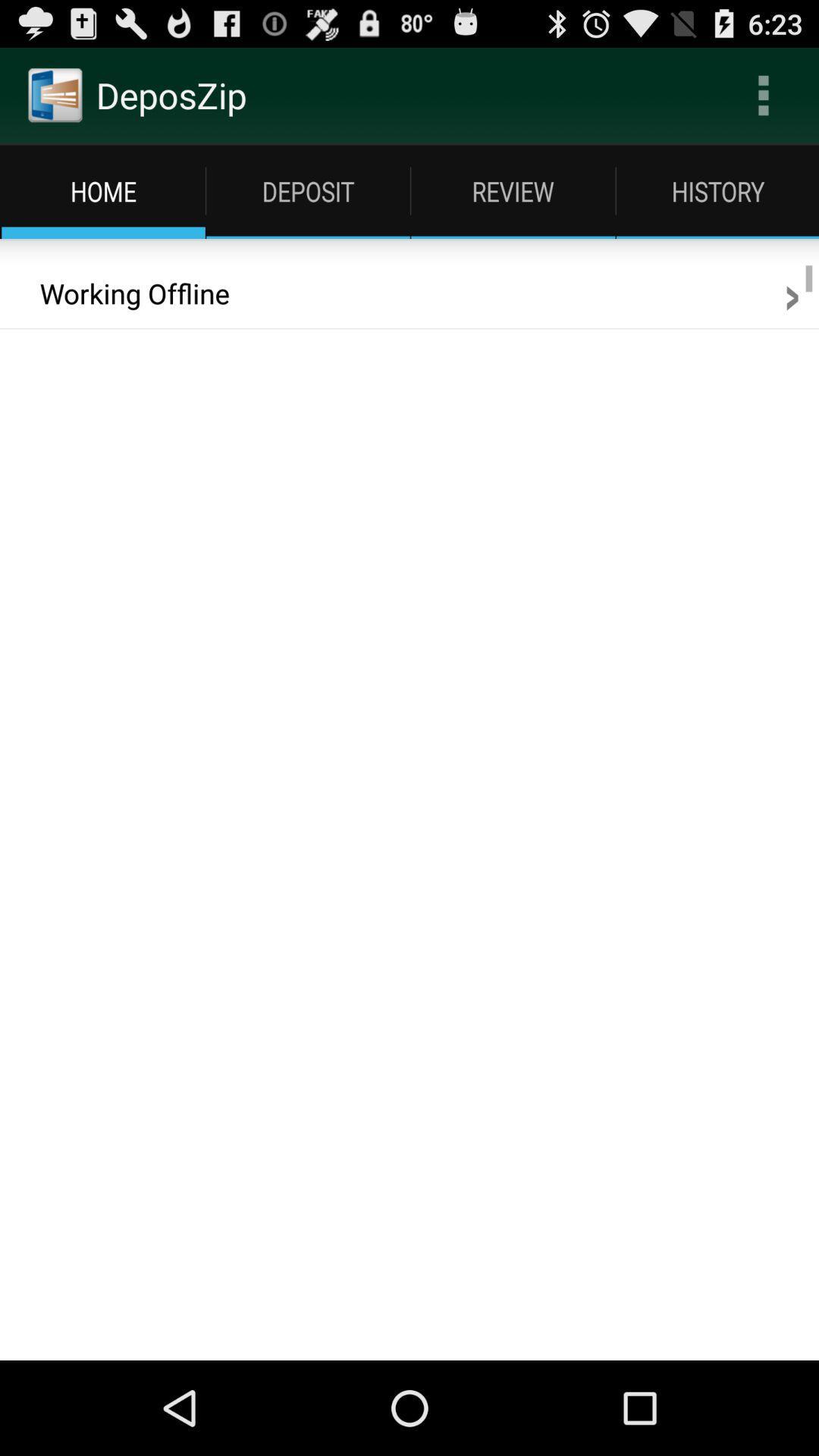 This screenshot has height=1456, width=819. What do you see at coordinates (791, 293) in the screenshot?
I see `the app next to the working offline item` at bounding box center [791, 293].